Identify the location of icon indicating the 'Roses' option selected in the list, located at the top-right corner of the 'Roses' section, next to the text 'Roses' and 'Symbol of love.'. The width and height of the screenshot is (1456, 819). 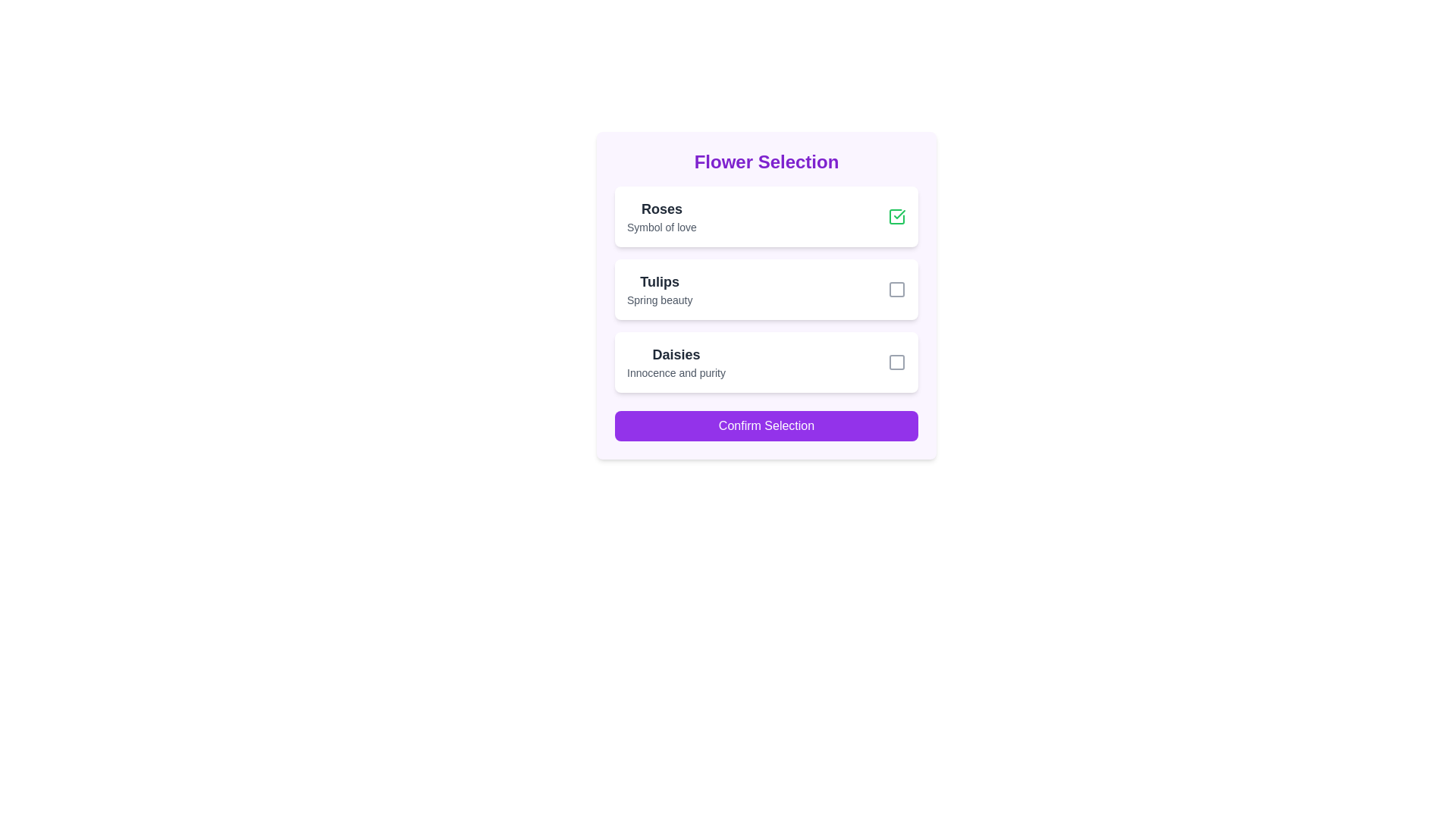
(896, 216).